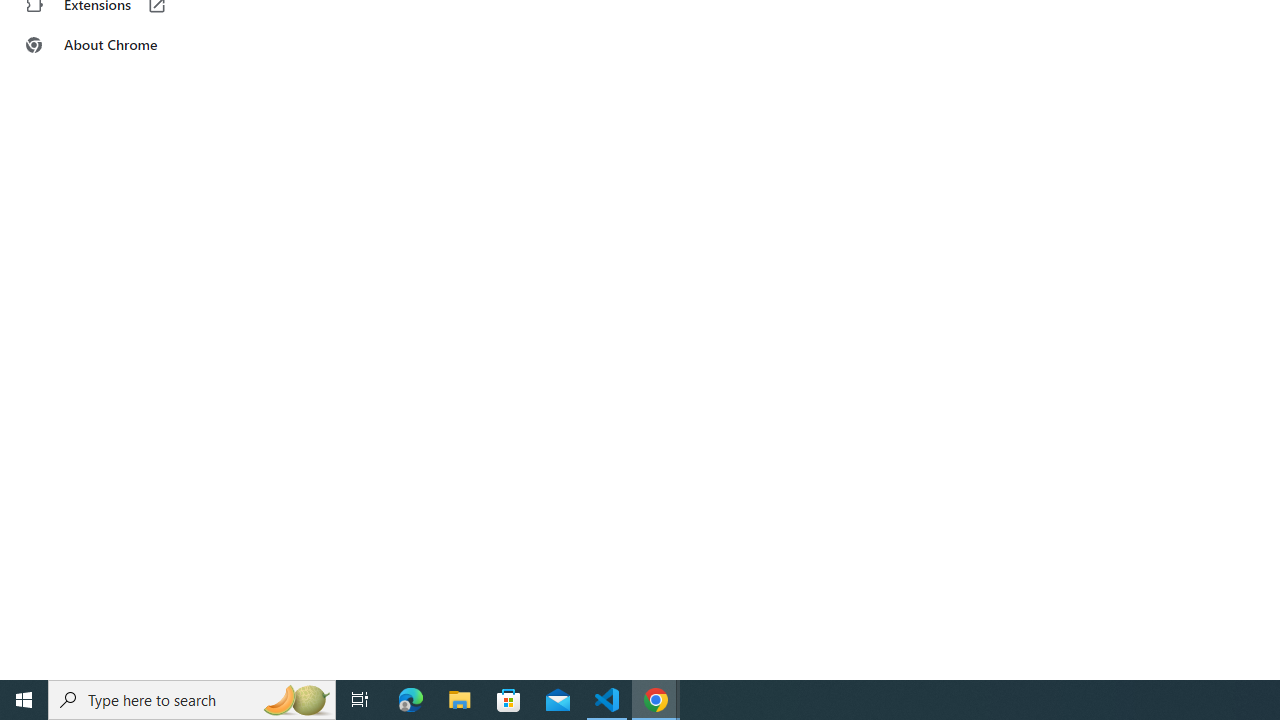 The width and height of the screenshot is (1280, 720). I want to click on 'Google Chrome - 2 running windows', so click(656, 698).